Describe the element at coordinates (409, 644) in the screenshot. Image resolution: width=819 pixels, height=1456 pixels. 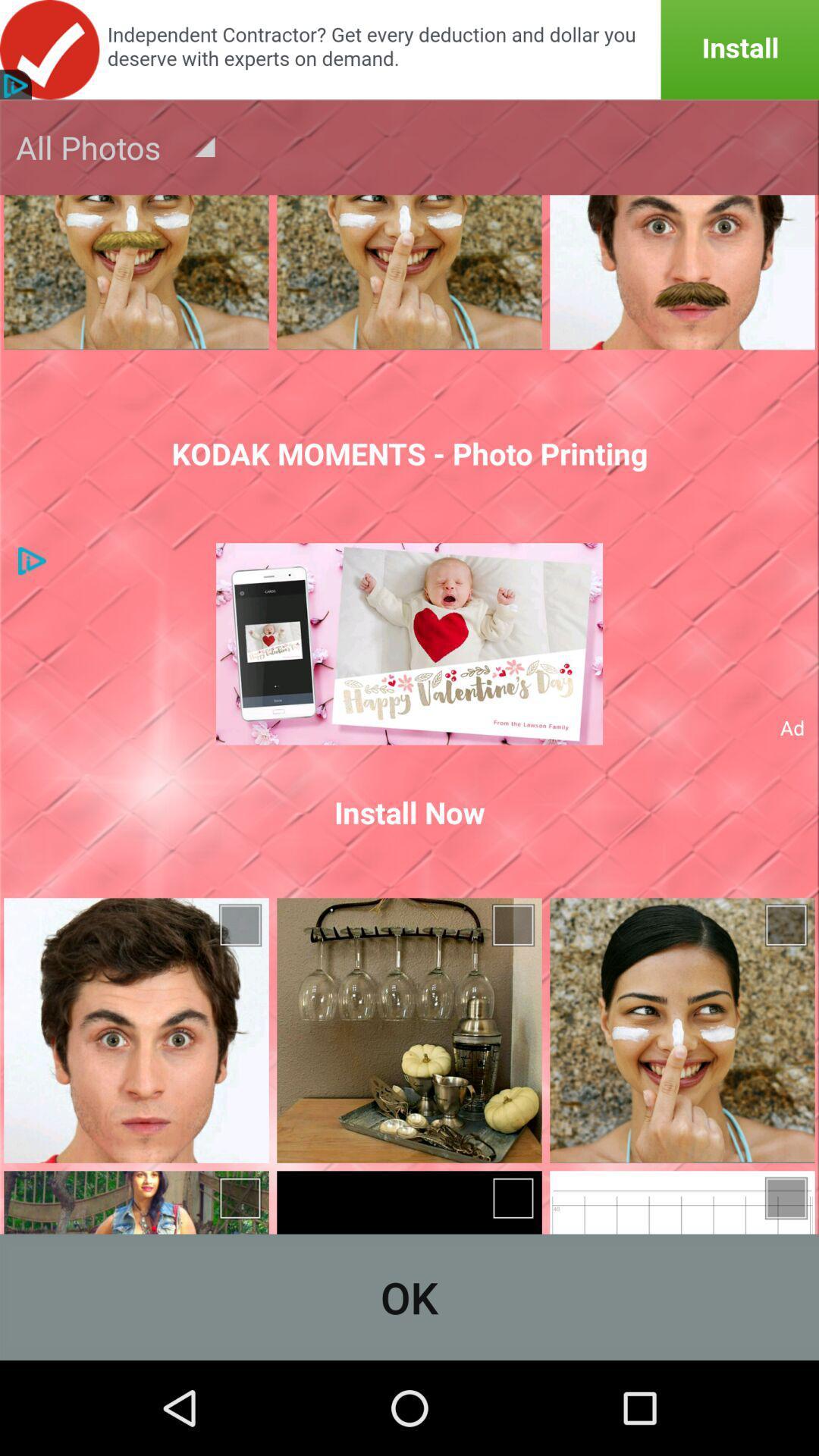
I see `the icon below the kodak moments photo icon` at that location.